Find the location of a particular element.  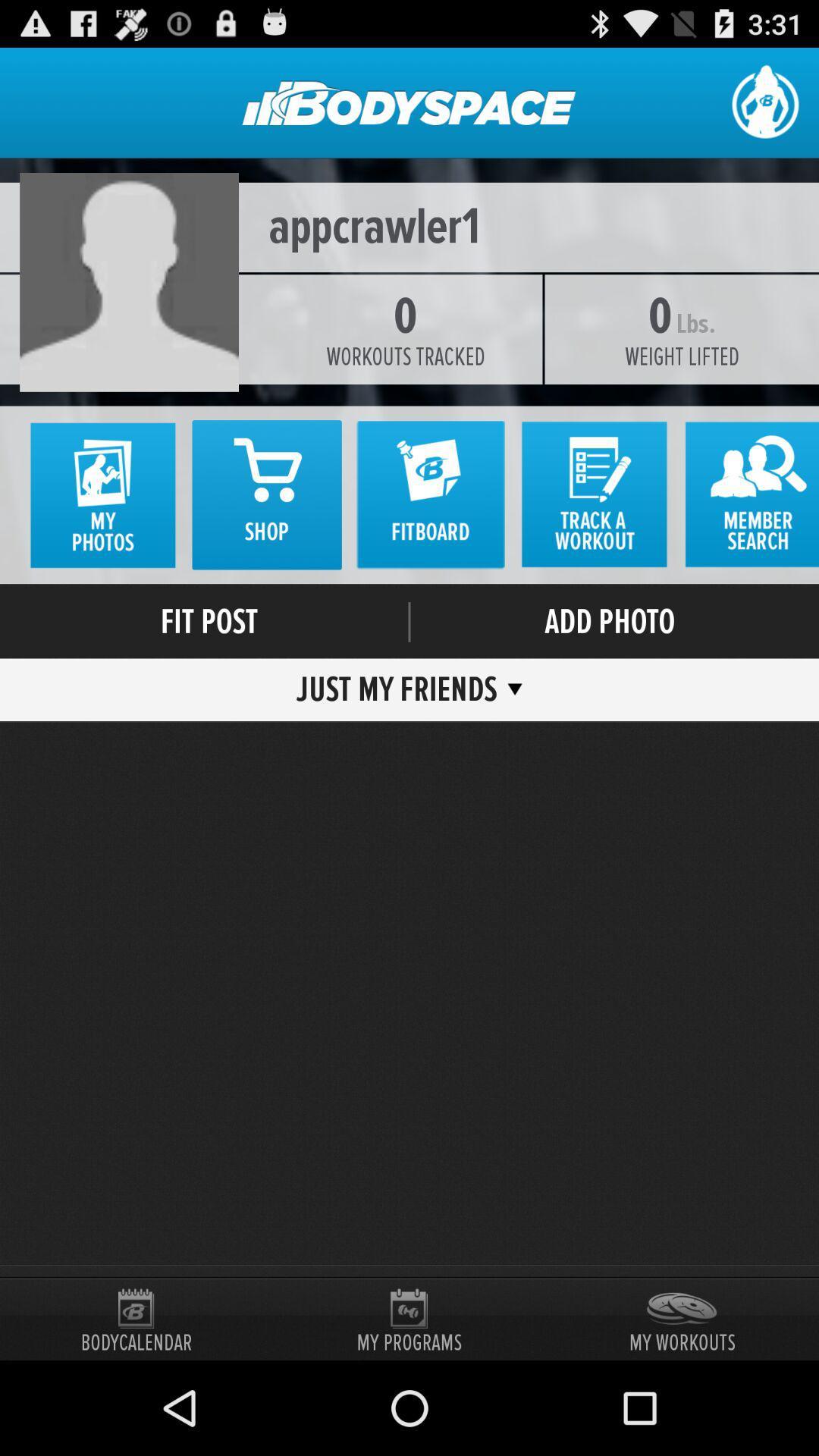

the item above just my friends item is located at coordinates (409, 622).